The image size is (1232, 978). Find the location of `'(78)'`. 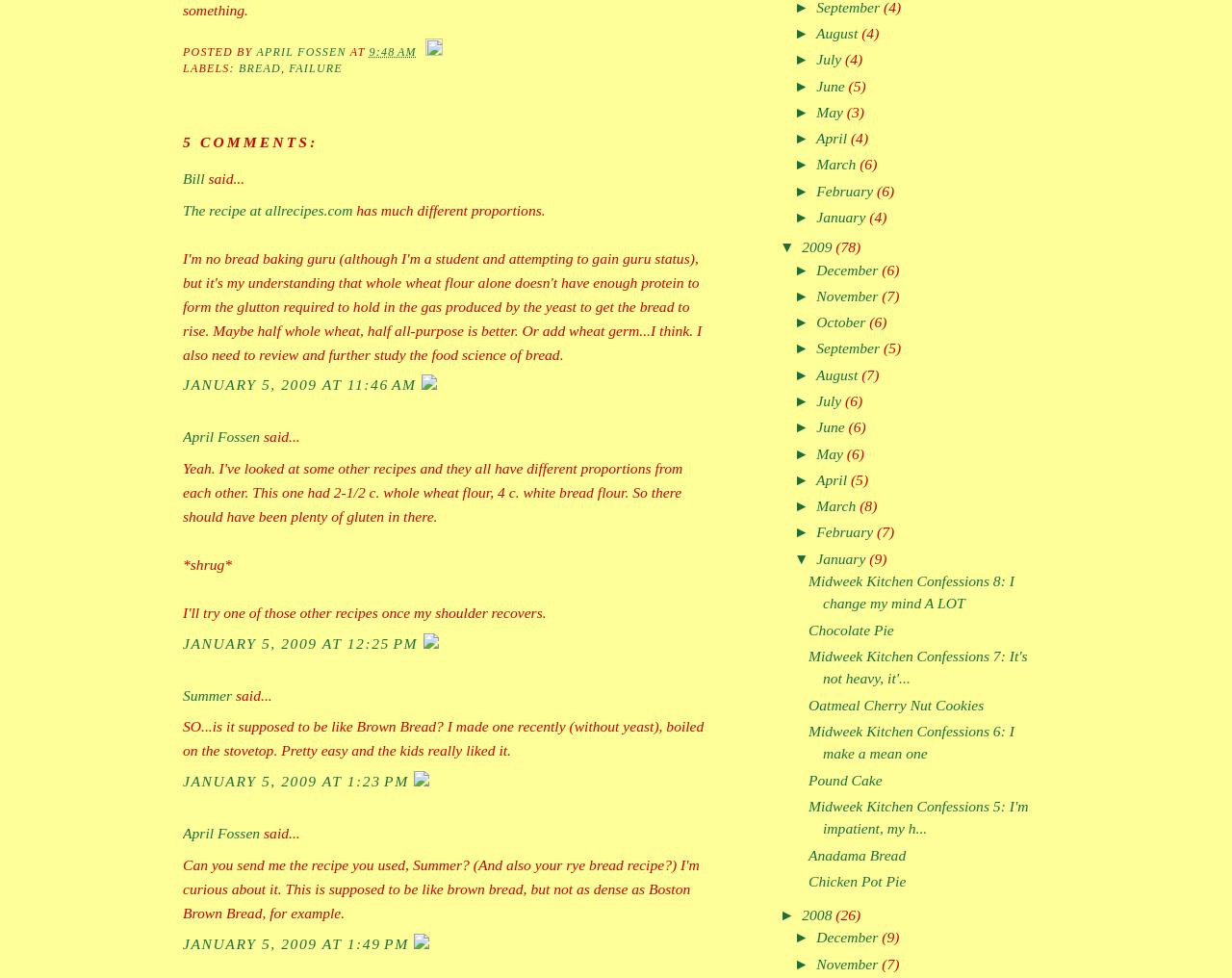

'(78)' is located at coordinates (847, 245).